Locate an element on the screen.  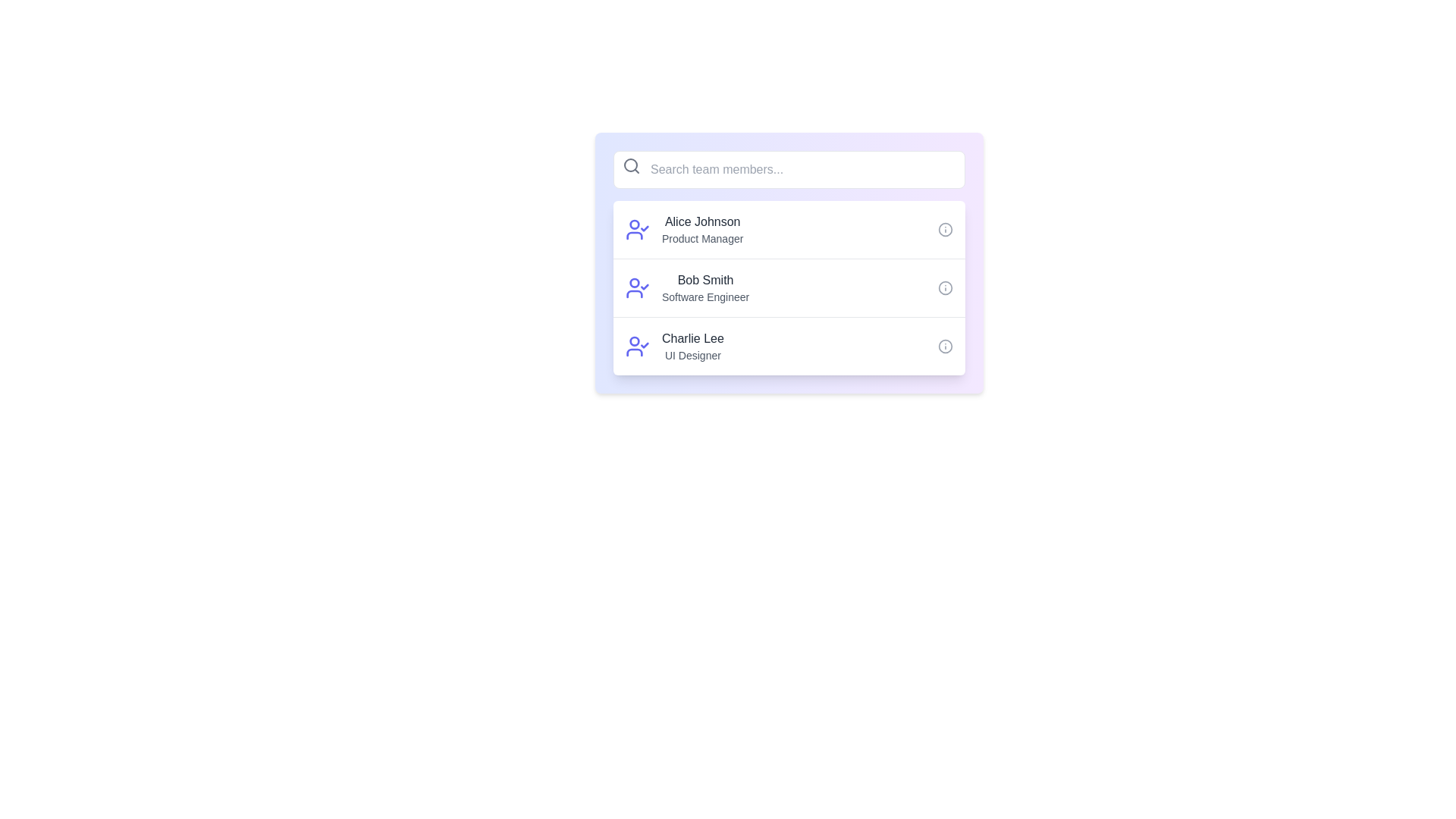
the curved line resembling an arc in the user avatar SVG element, which is styled in a single tone like blue or purple is located at coordinates (634, 294).